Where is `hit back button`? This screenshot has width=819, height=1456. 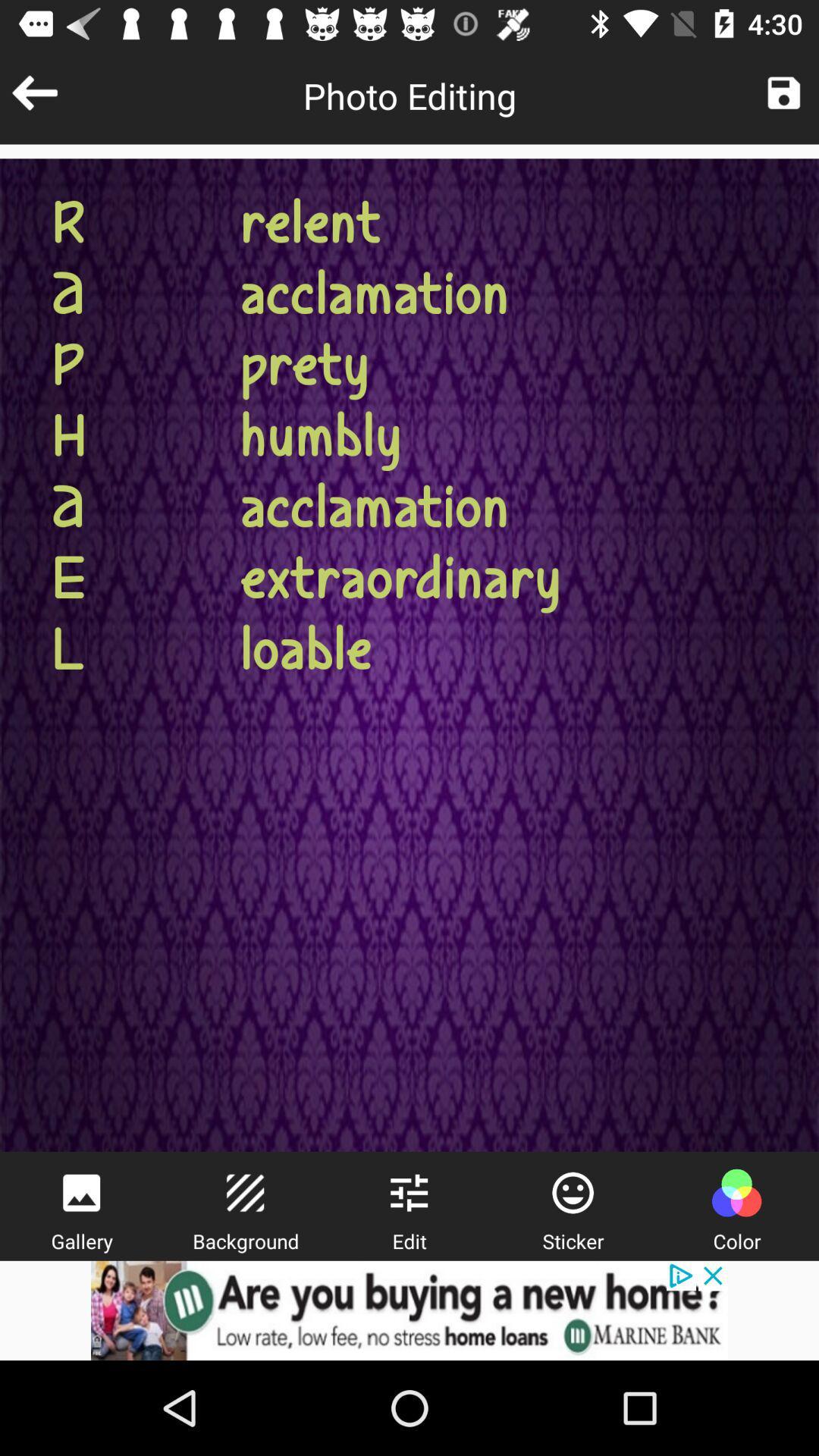
hit back button is located at coordinates (34, 92).